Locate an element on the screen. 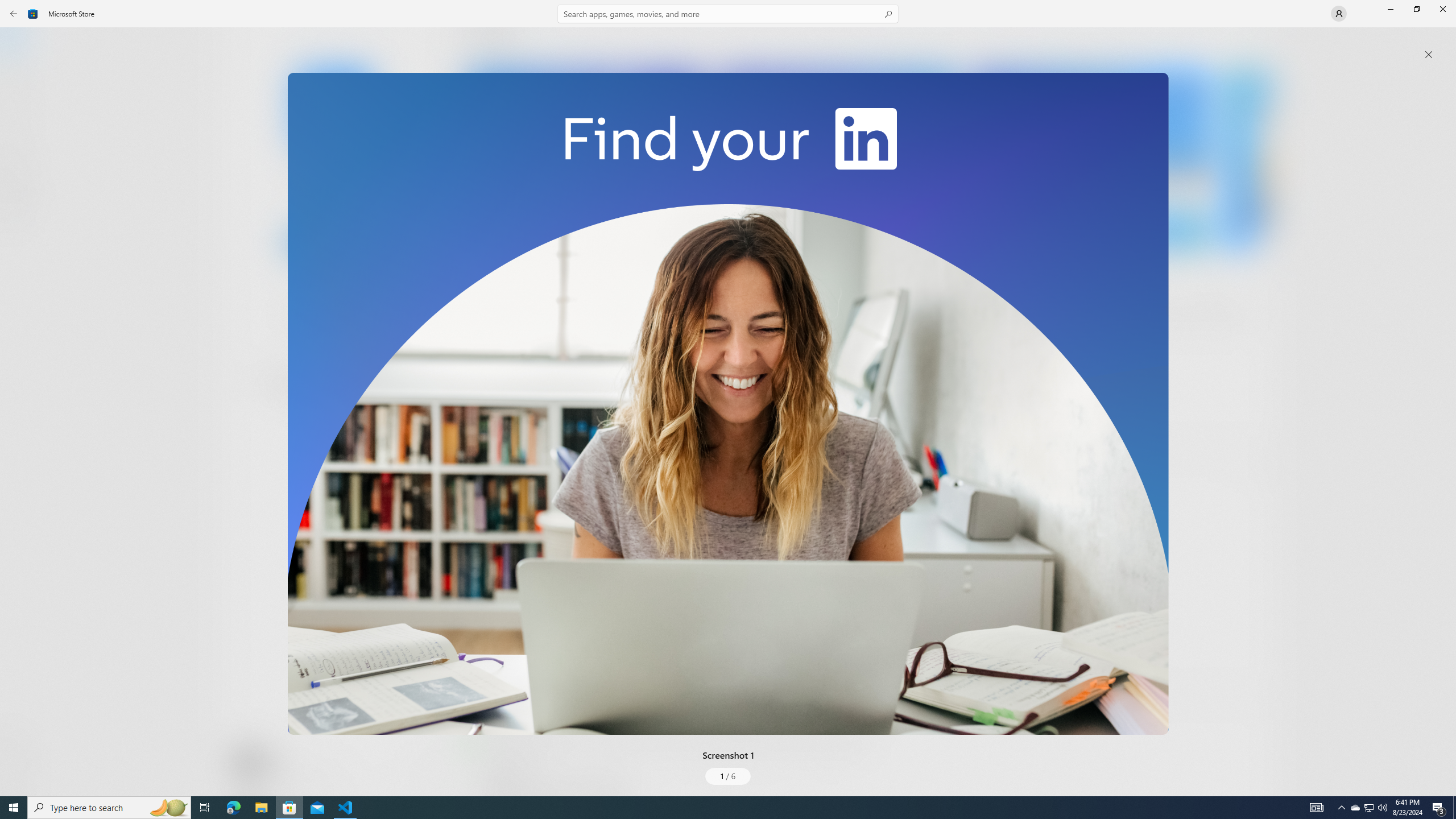  'Search' is located at coordinates (728, 13).